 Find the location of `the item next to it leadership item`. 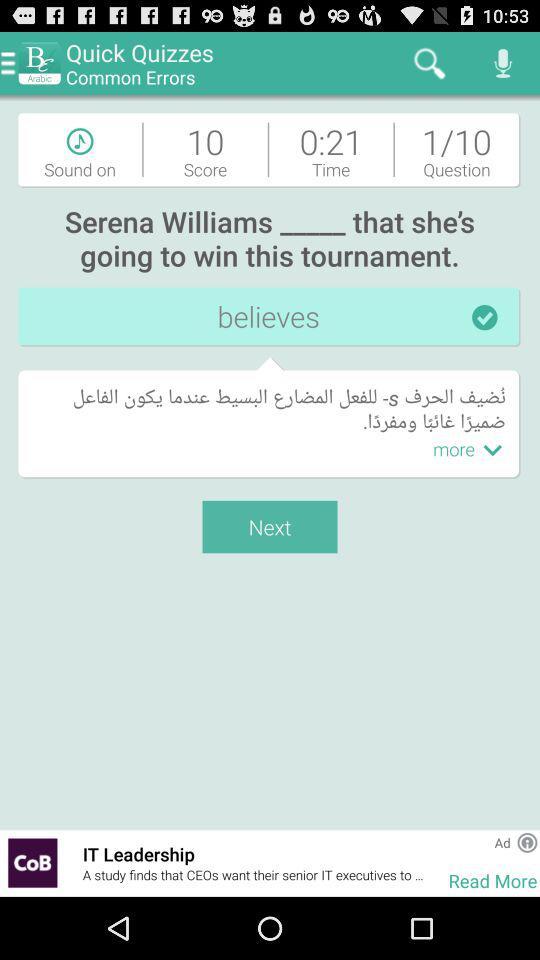

the item next to it leadership item is located at coordinates (436, 862).